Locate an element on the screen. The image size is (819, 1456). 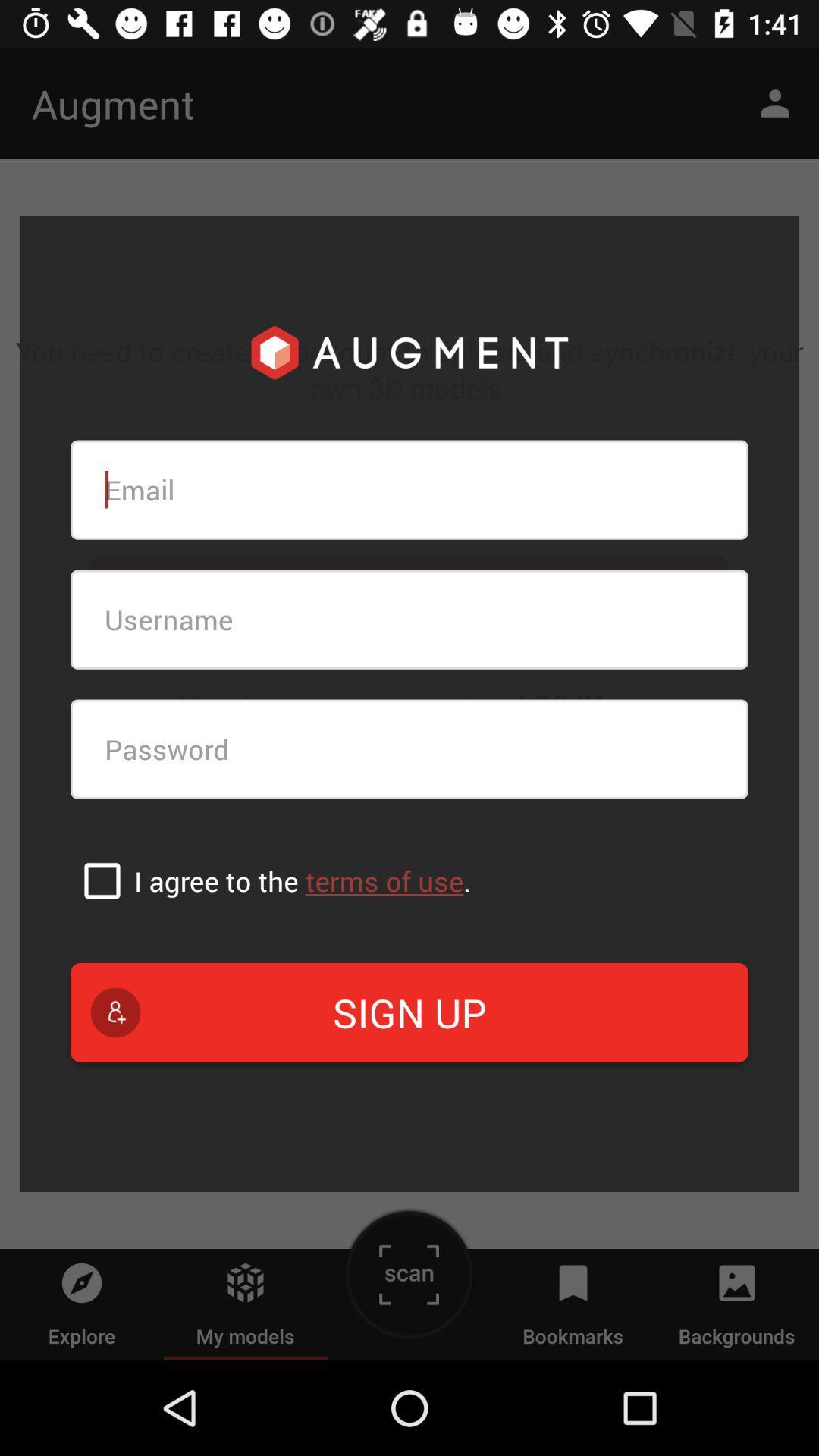
the box in order to accept and continue is located at coordinates (102, 880).